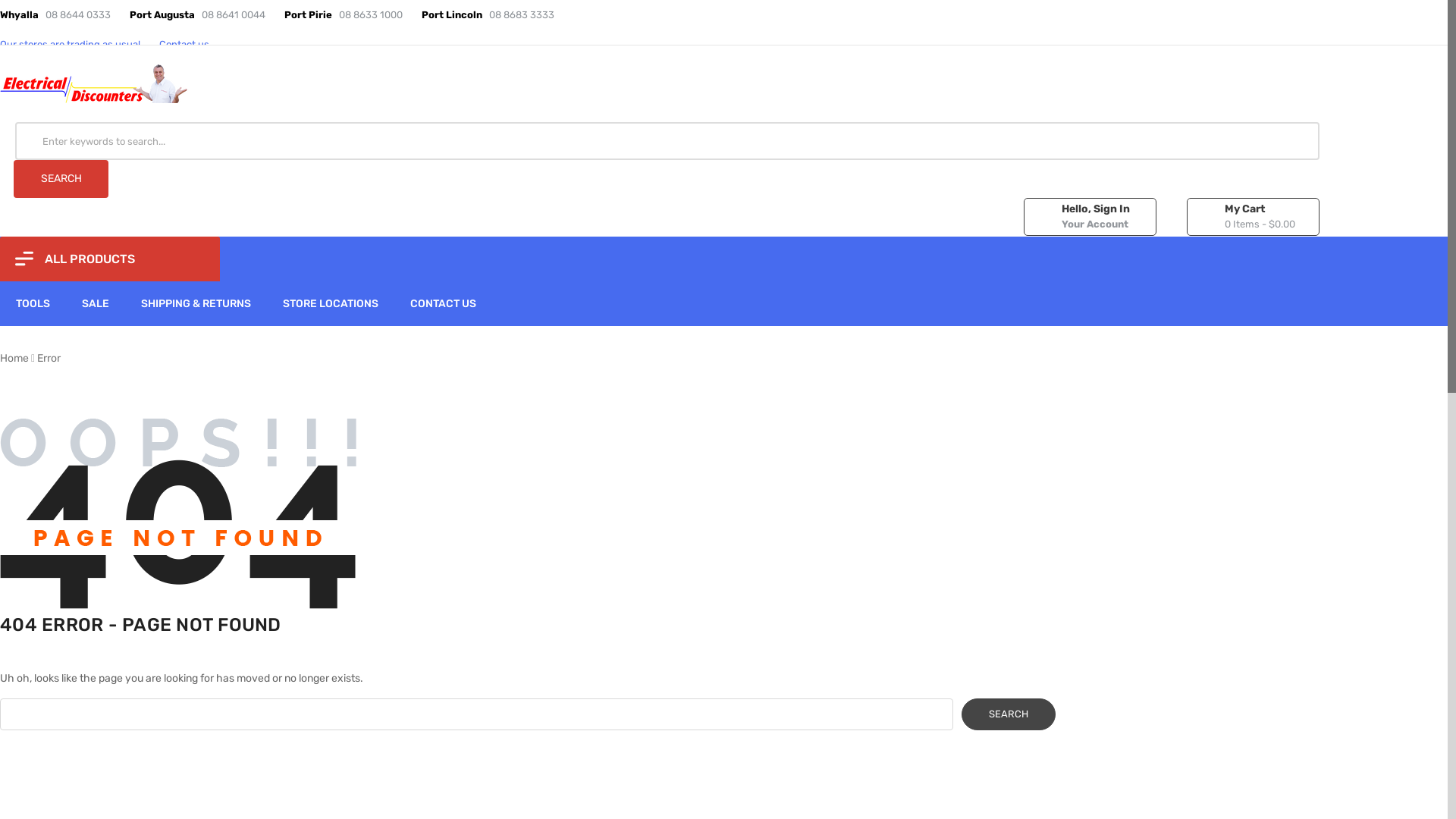 The width and height of the screenshot is (1456, 819). I want to click on 'Whyalla', so click(19, 14).